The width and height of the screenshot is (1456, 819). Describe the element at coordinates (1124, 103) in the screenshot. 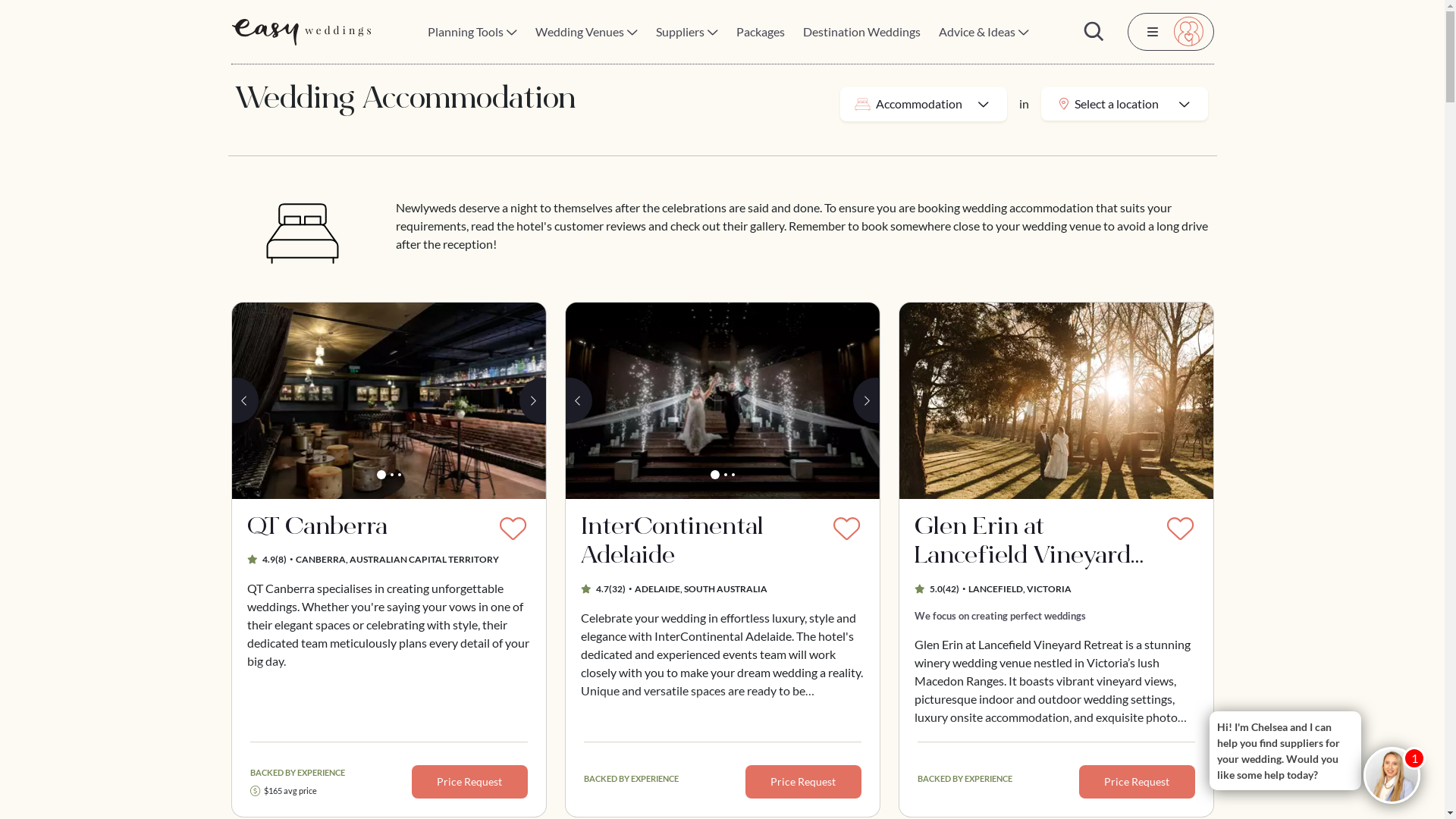

I see `'Select a location'` at that location.